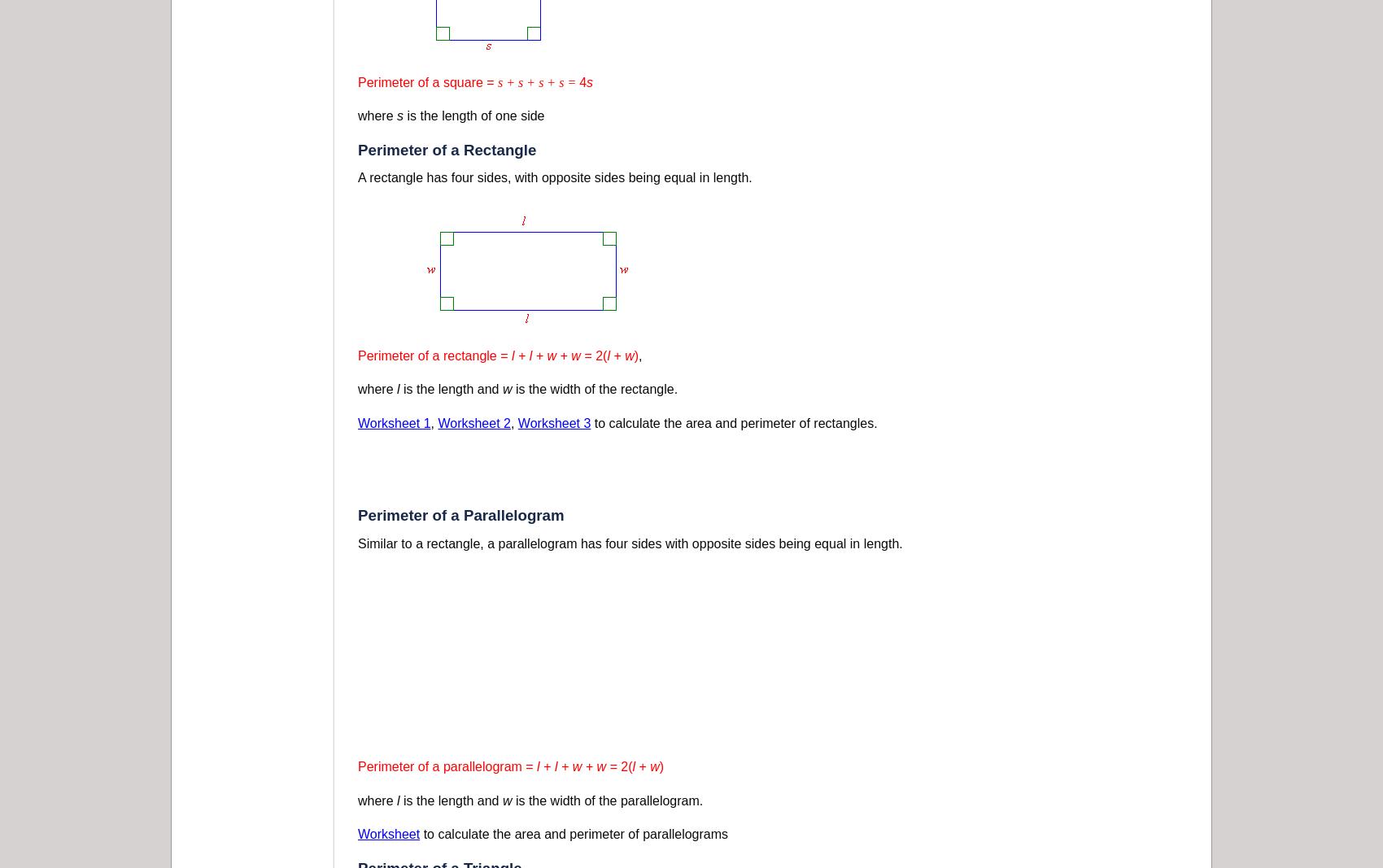 The image size is (1383, 868). I want to click on 'Worksheet 3', so click(554, 421).